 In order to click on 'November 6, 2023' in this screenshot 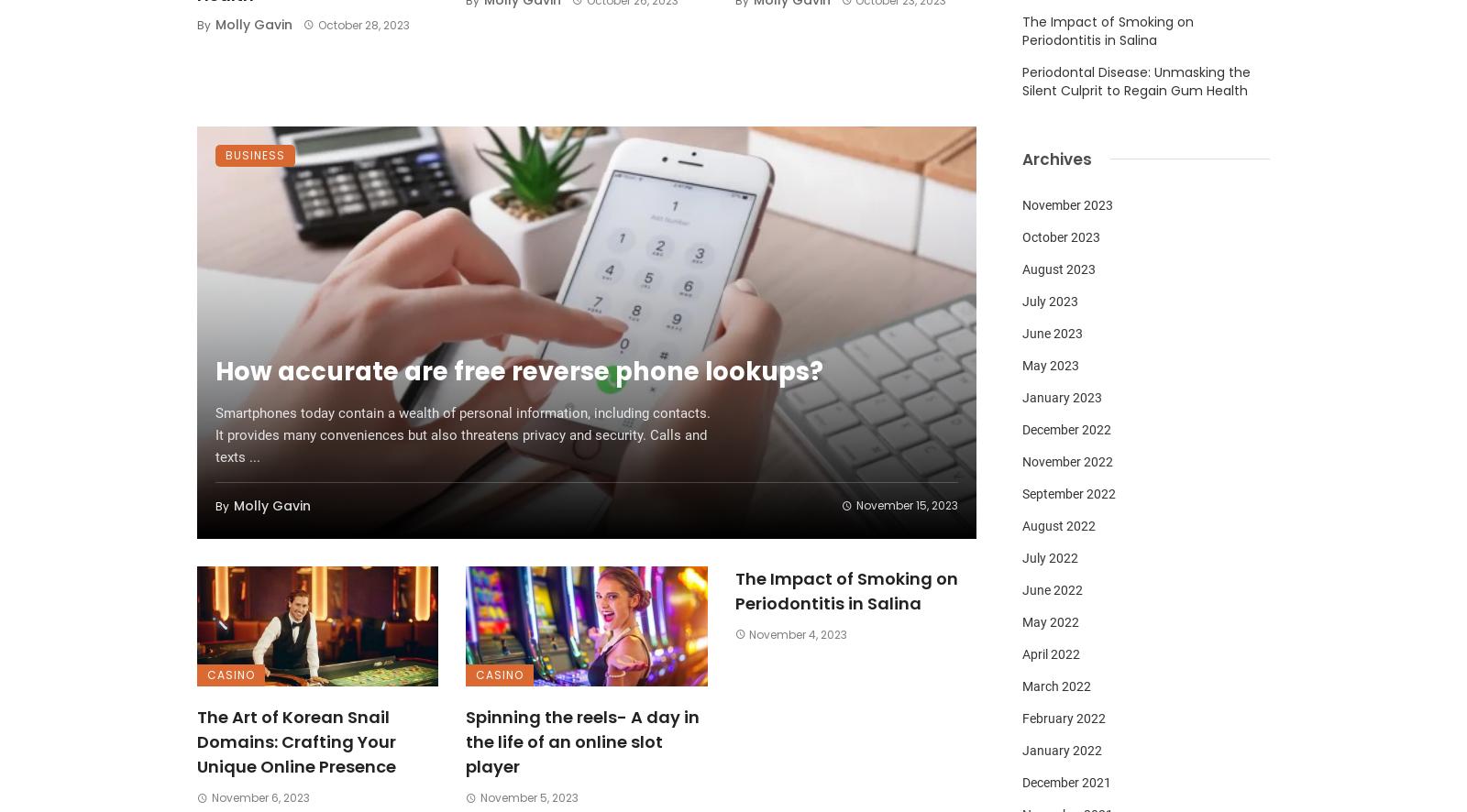, I will do `click(210, 796)`.